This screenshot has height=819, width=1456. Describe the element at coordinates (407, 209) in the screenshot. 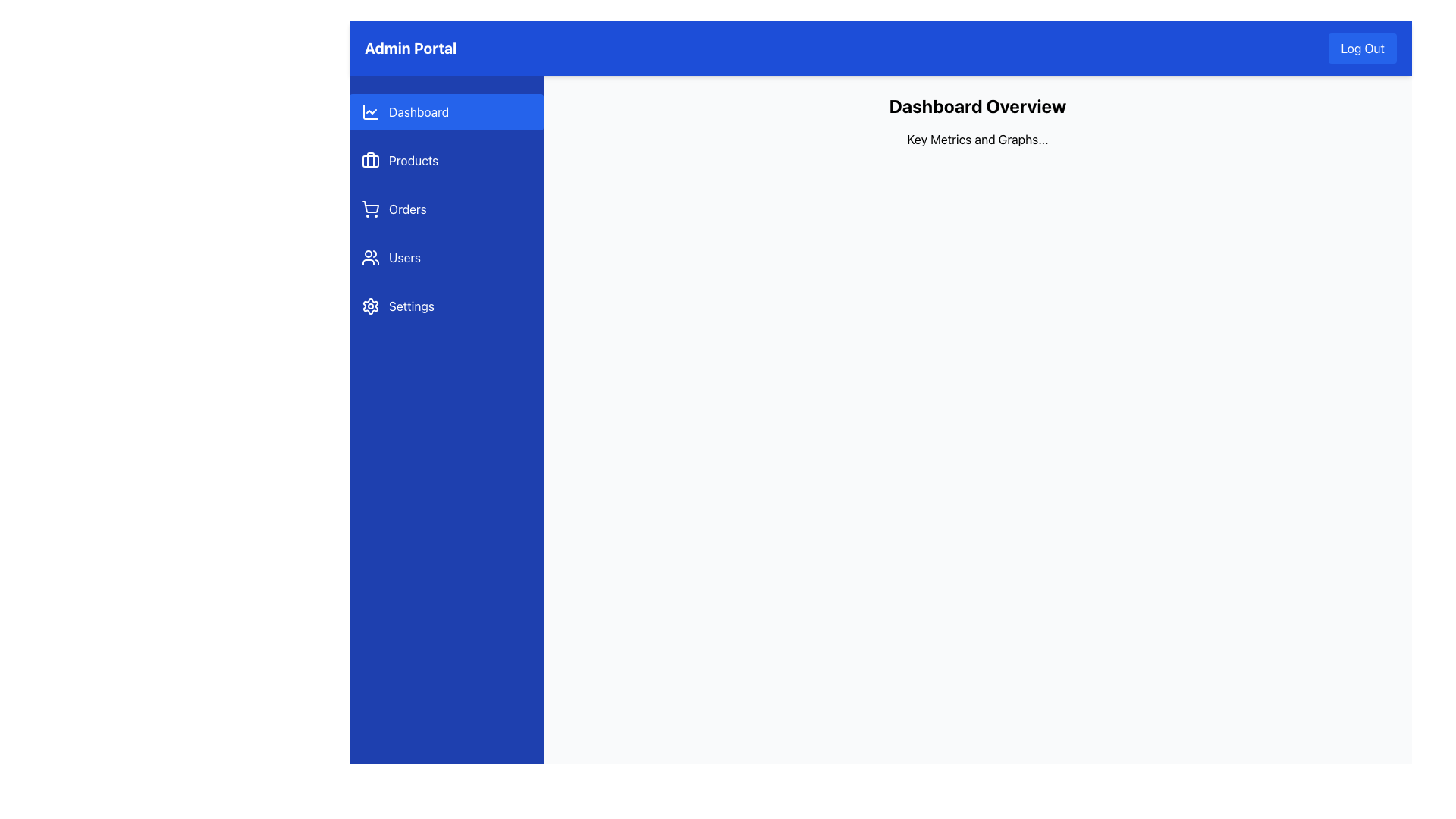

I see `the 'Orders' text label, which is styled in white text on a dark blue background and is located in the vertical navigation menu on the left side of the layout` at that location.